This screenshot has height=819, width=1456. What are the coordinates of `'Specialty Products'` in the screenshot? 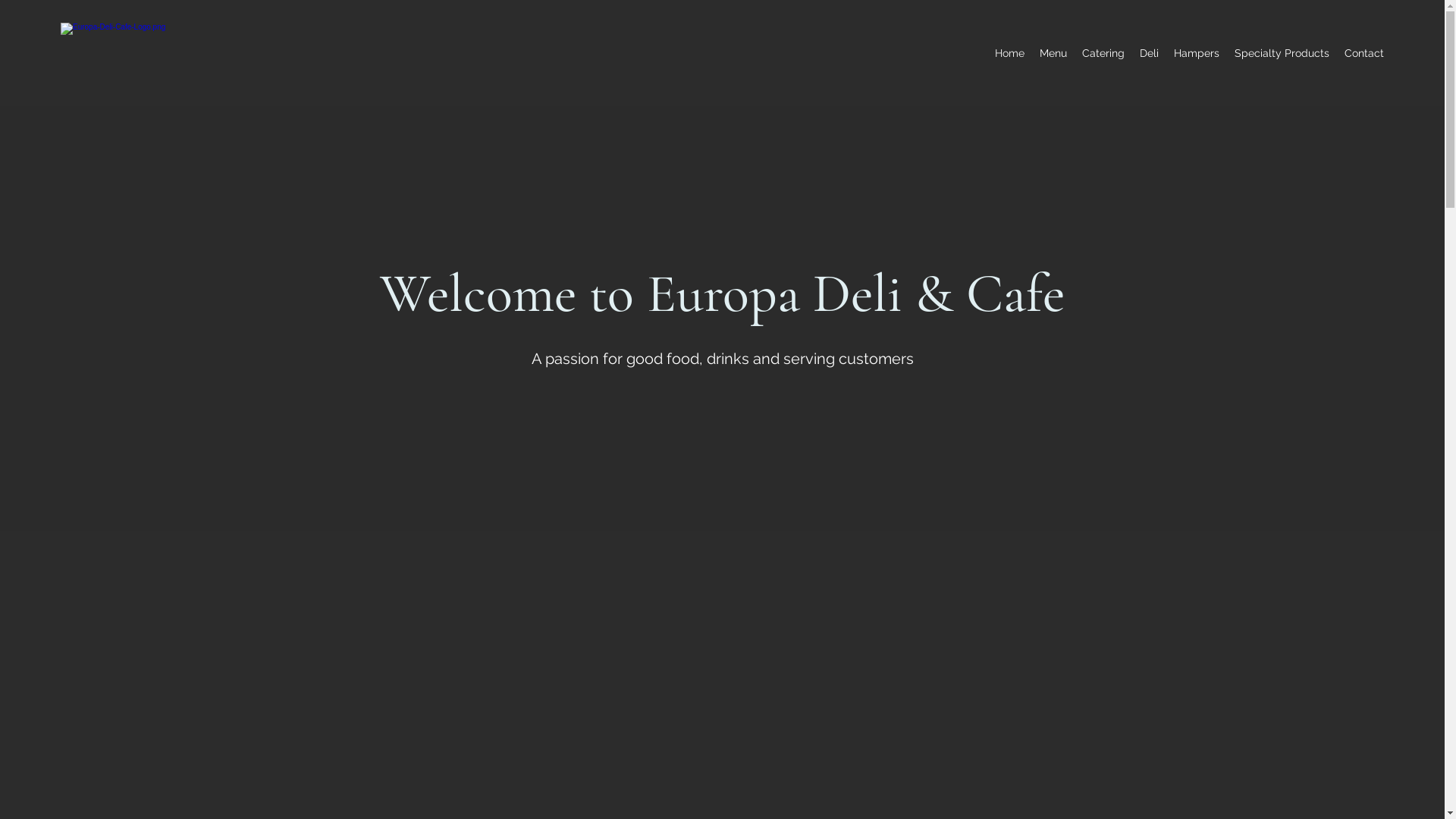 It's located at (1281, 52).